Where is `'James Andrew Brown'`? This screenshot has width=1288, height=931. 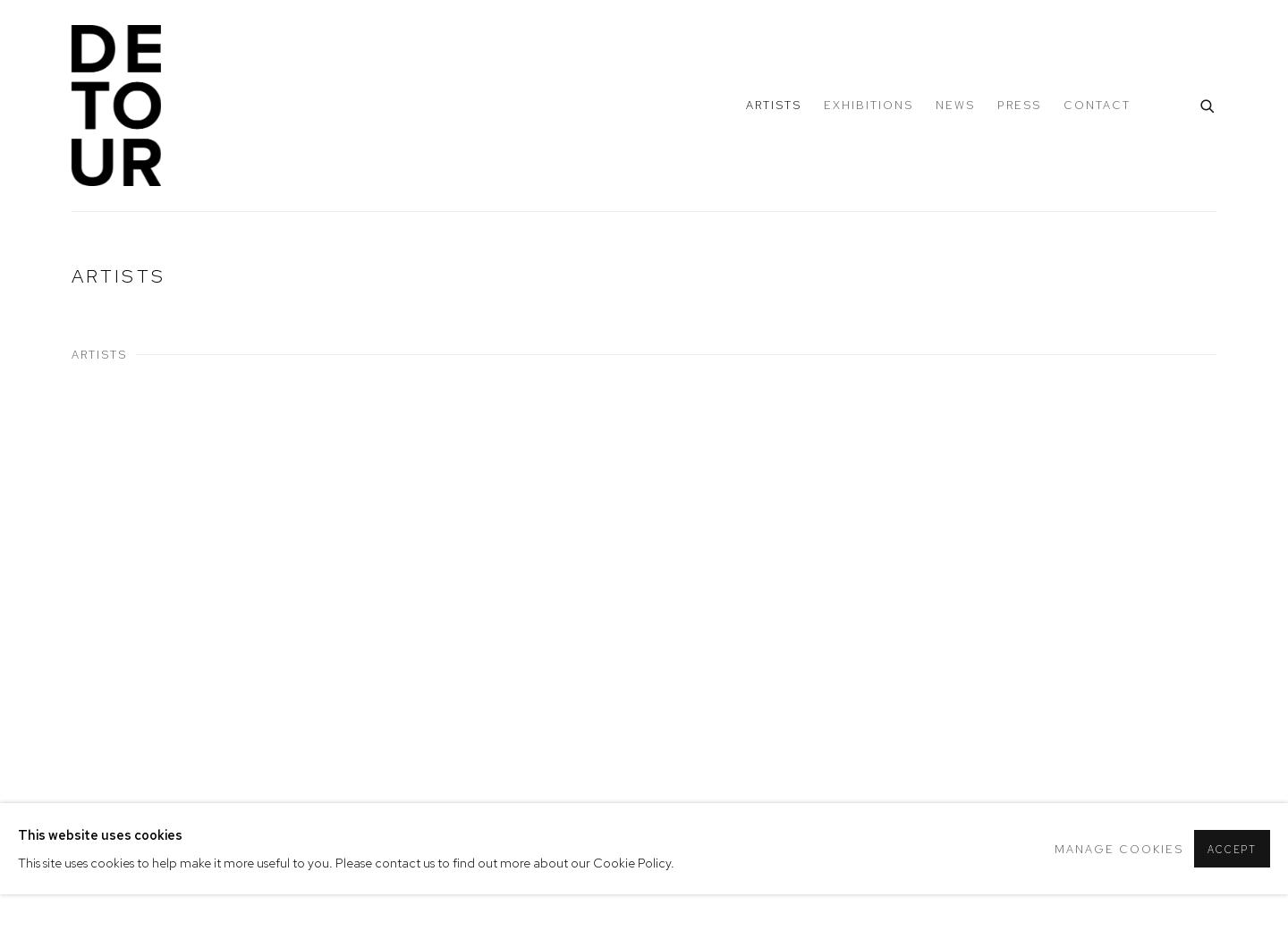 'James Andrew Brown' is located at coordinates (177, 882).